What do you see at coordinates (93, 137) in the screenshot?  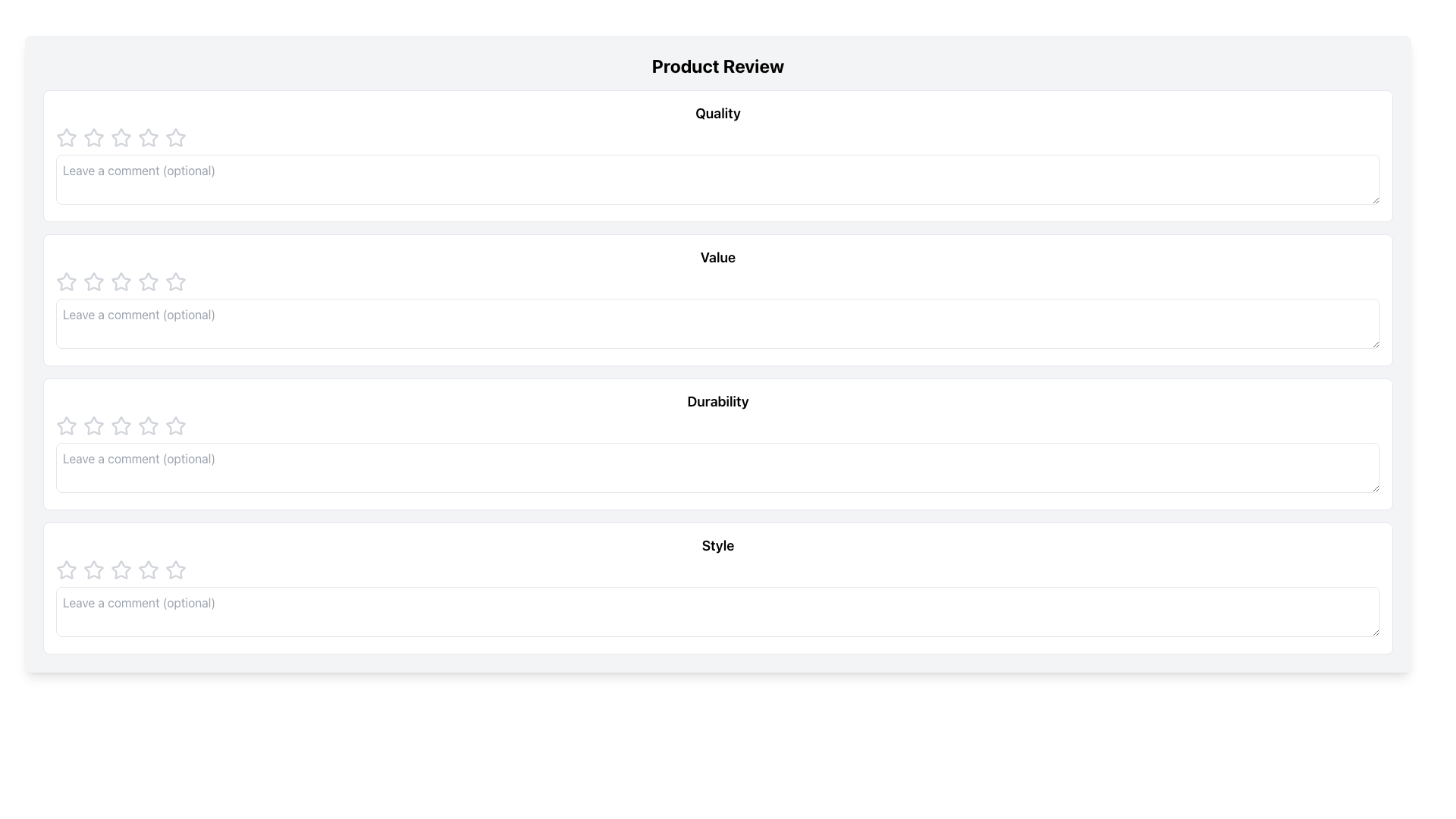 I see `the second Rating star icon in the 'Quality' section of the rating interface` at bounding box center [93, 137].